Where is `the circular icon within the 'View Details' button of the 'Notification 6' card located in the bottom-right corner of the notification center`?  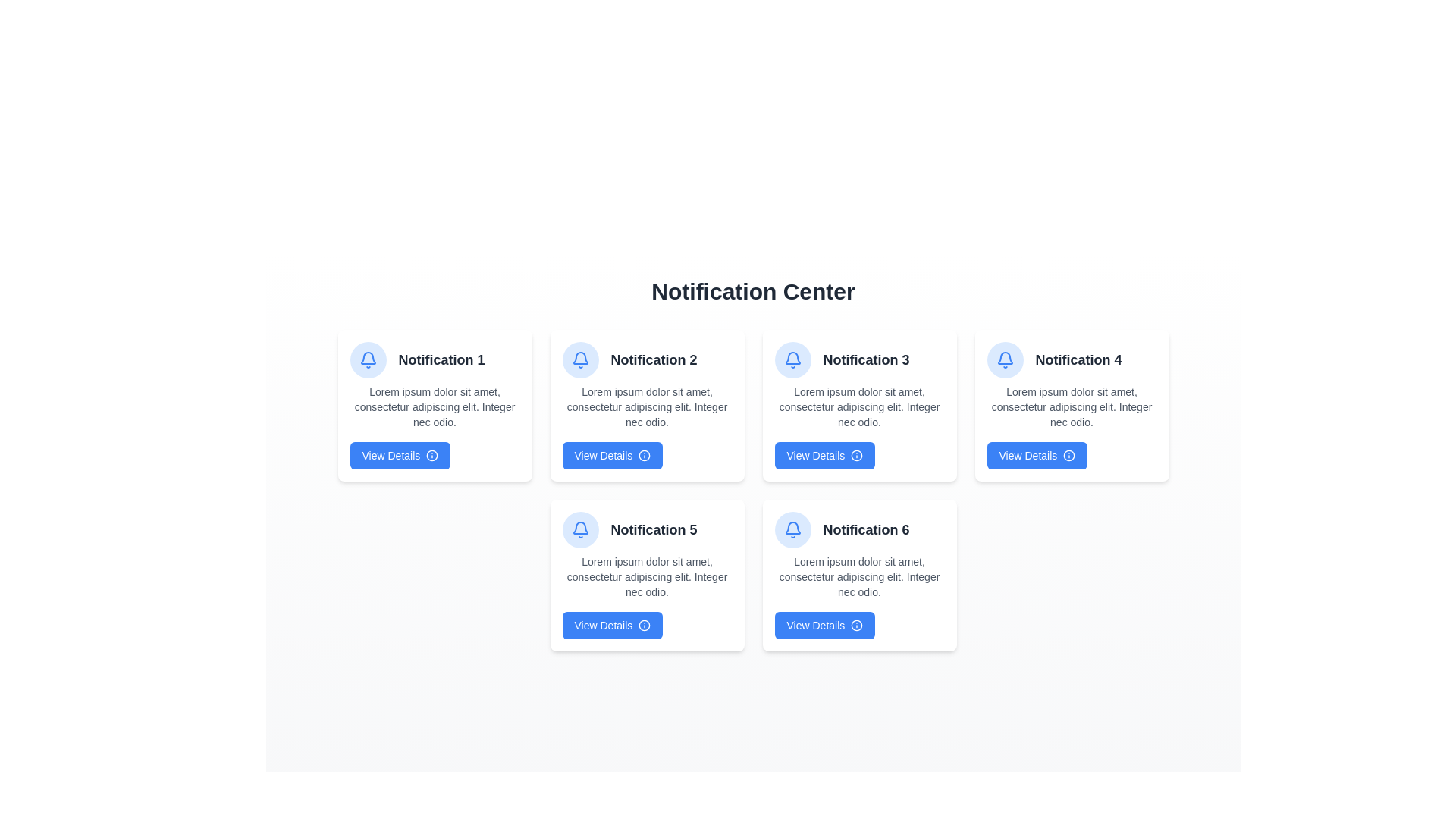
the circular icon within the 'View Details' button of the 'Notification 6' card located in the bottom-right corner of the notification center is located at coordinates (857, 626).